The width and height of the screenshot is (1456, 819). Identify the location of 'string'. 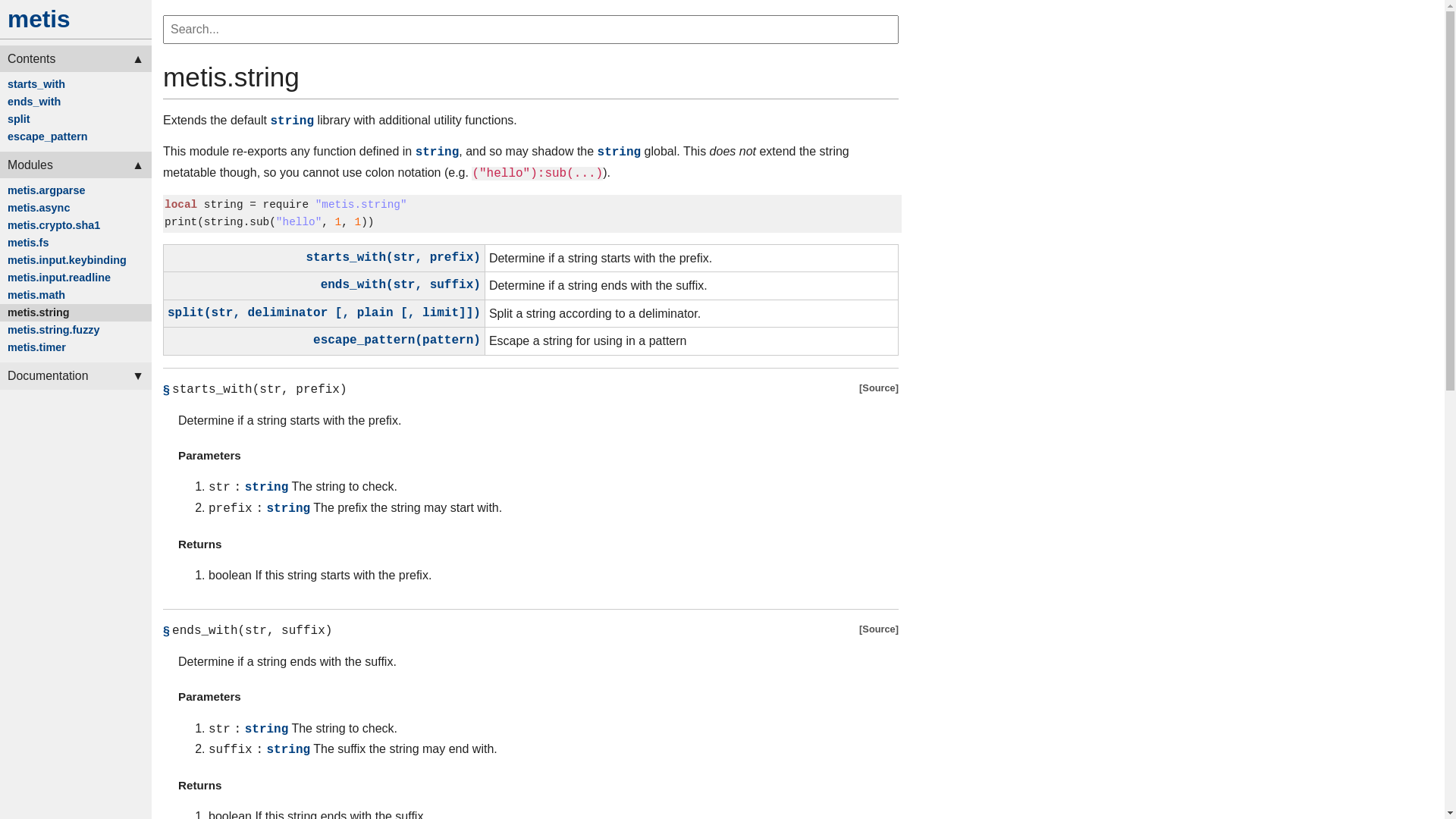
(291, 119).